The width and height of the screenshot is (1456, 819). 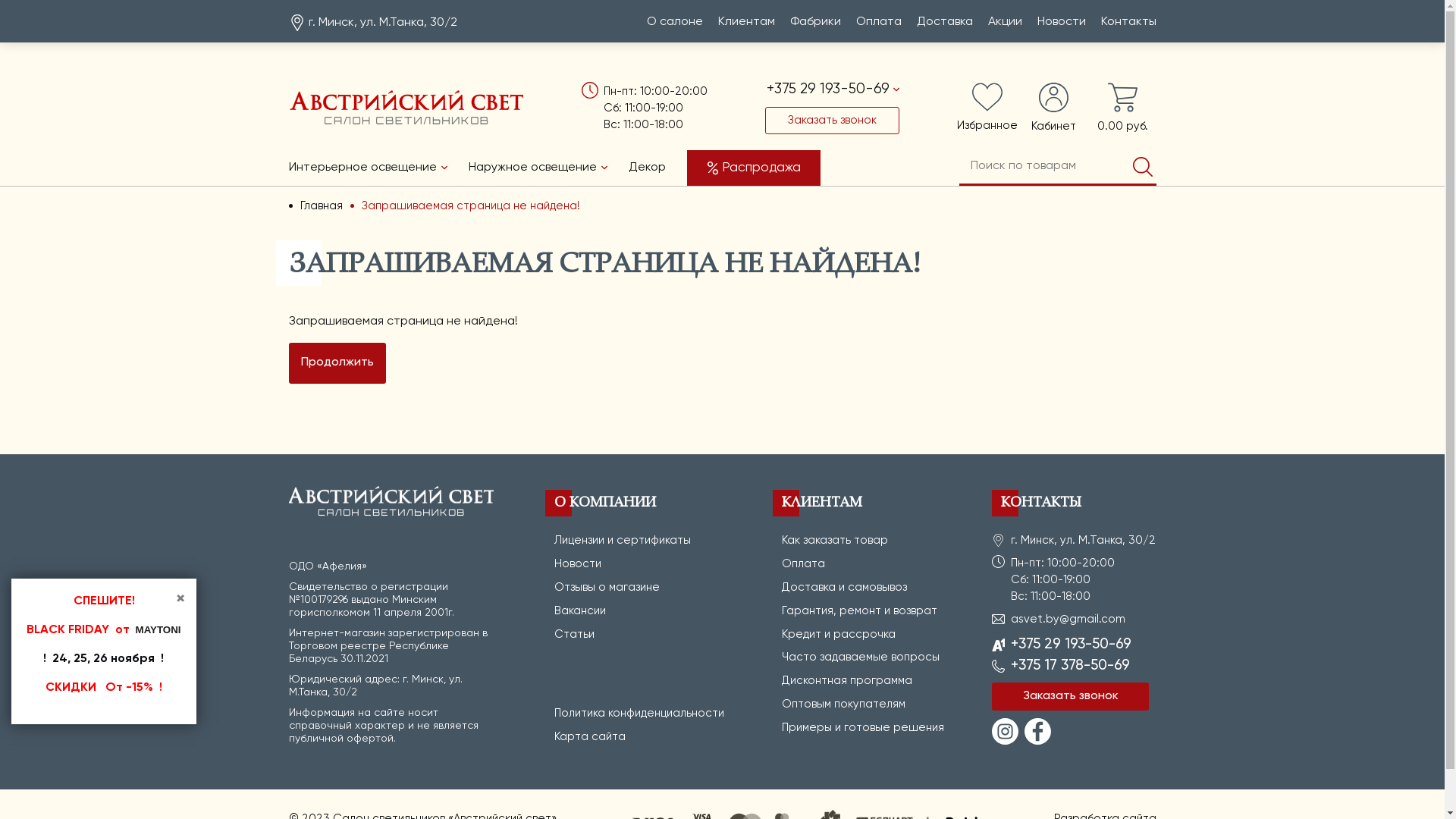 What do you see at coordinates (1067, 619) in the screenshot?
I see `'asvet.by@gmail.com'` at bounding box center [1067, 619].